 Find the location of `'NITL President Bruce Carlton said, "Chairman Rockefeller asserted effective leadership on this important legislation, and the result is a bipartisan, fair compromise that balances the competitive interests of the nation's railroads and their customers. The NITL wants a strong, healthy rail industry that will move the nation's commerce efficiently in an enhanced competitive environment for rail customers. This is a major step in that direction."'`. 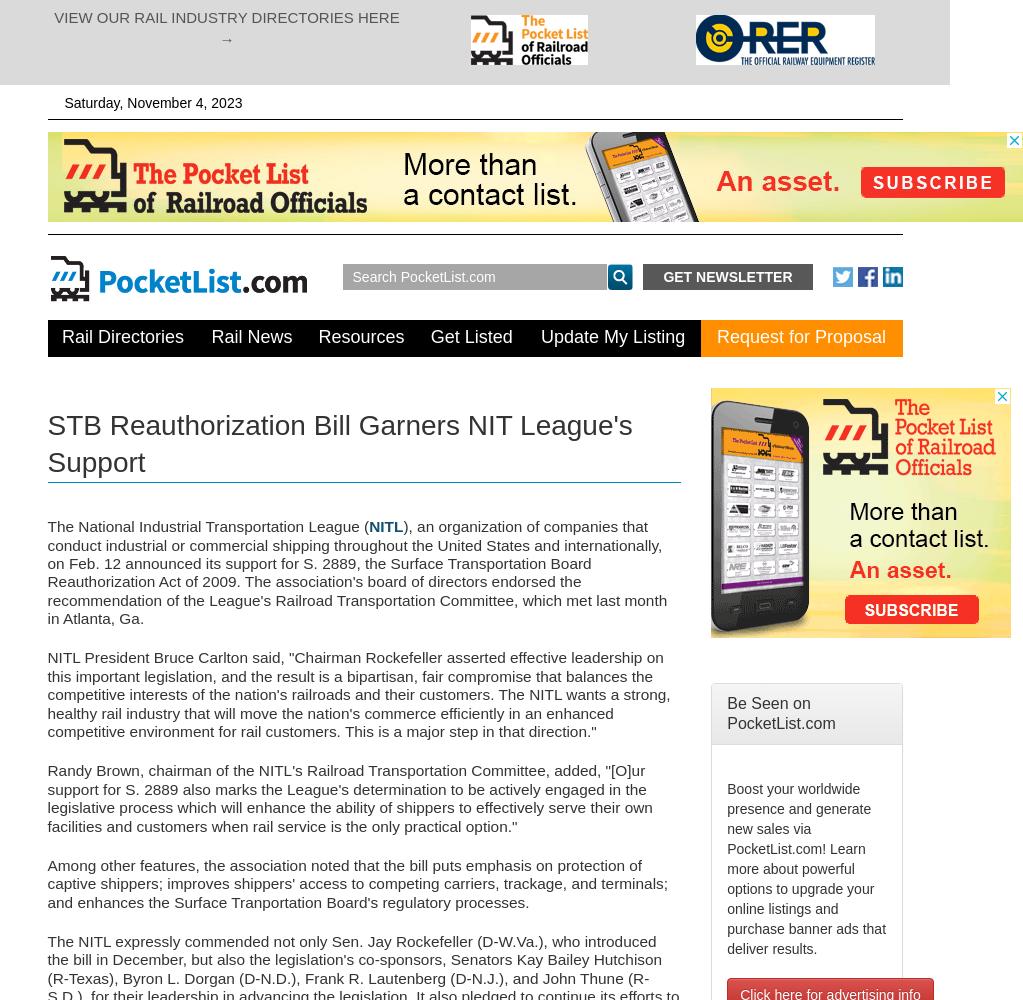

'NITL President Bruce Carlton said, "Chairman Rockefeller asserted effective leadership on this important legislation, and the result is a bipartisan, fair compromise that balances the competitive interests of the nation's railroads and their customers. The NITL wants a strong, healthy rail industry that will move the nation's commerce efficiently in an enhanced competitive environment for rail customers. This is a major step in that direction."' is located at coordinates (45, 693).